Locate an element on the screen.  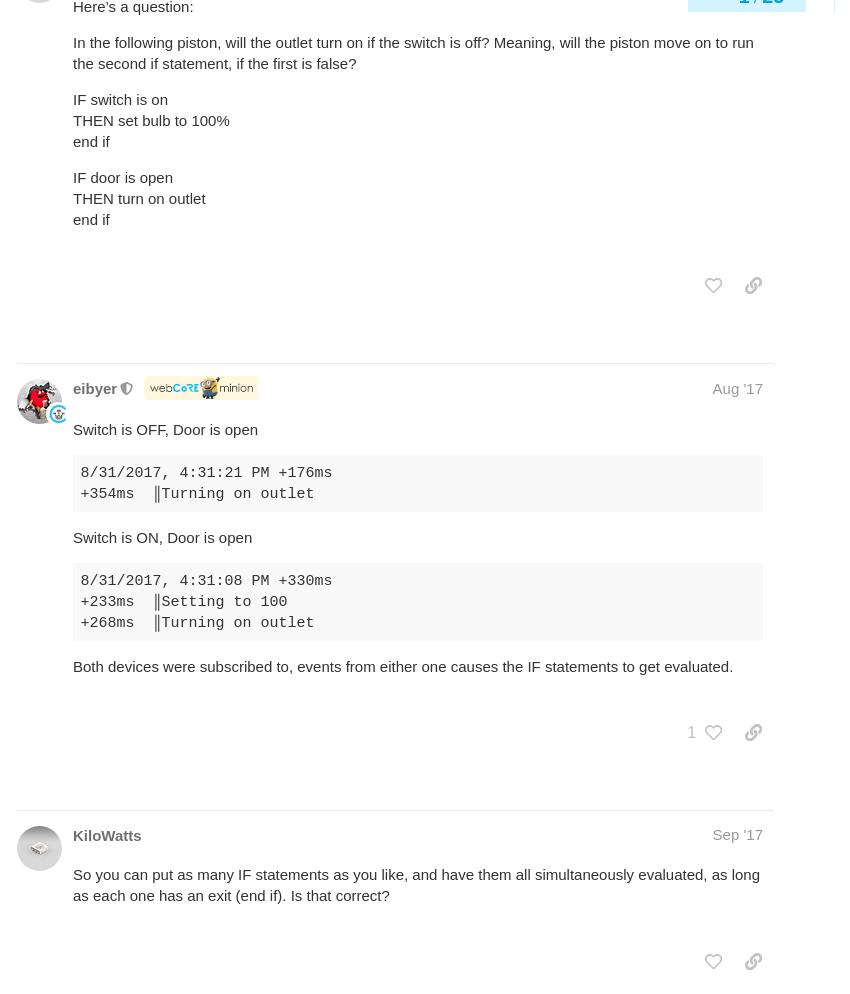
'Both devices were subscribed to, events from either one causes the IF statements to get evaluated.' is located at coordinates (73, 666).